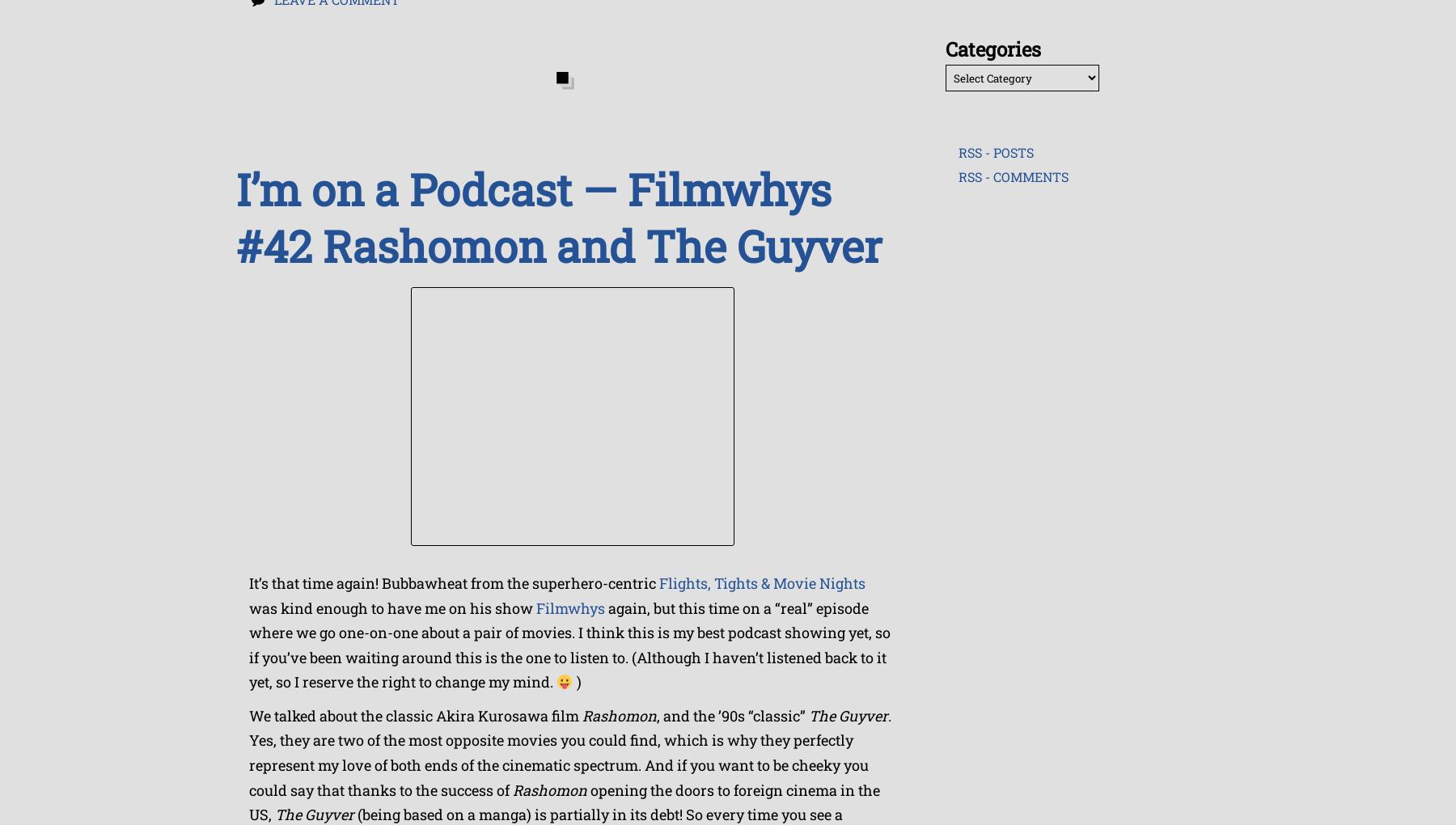 Image resolution: width=1456 pixels, height=825 pixels. Describe the element at coordinates (575, 682) in the screenshot. I see `')'` at that location.